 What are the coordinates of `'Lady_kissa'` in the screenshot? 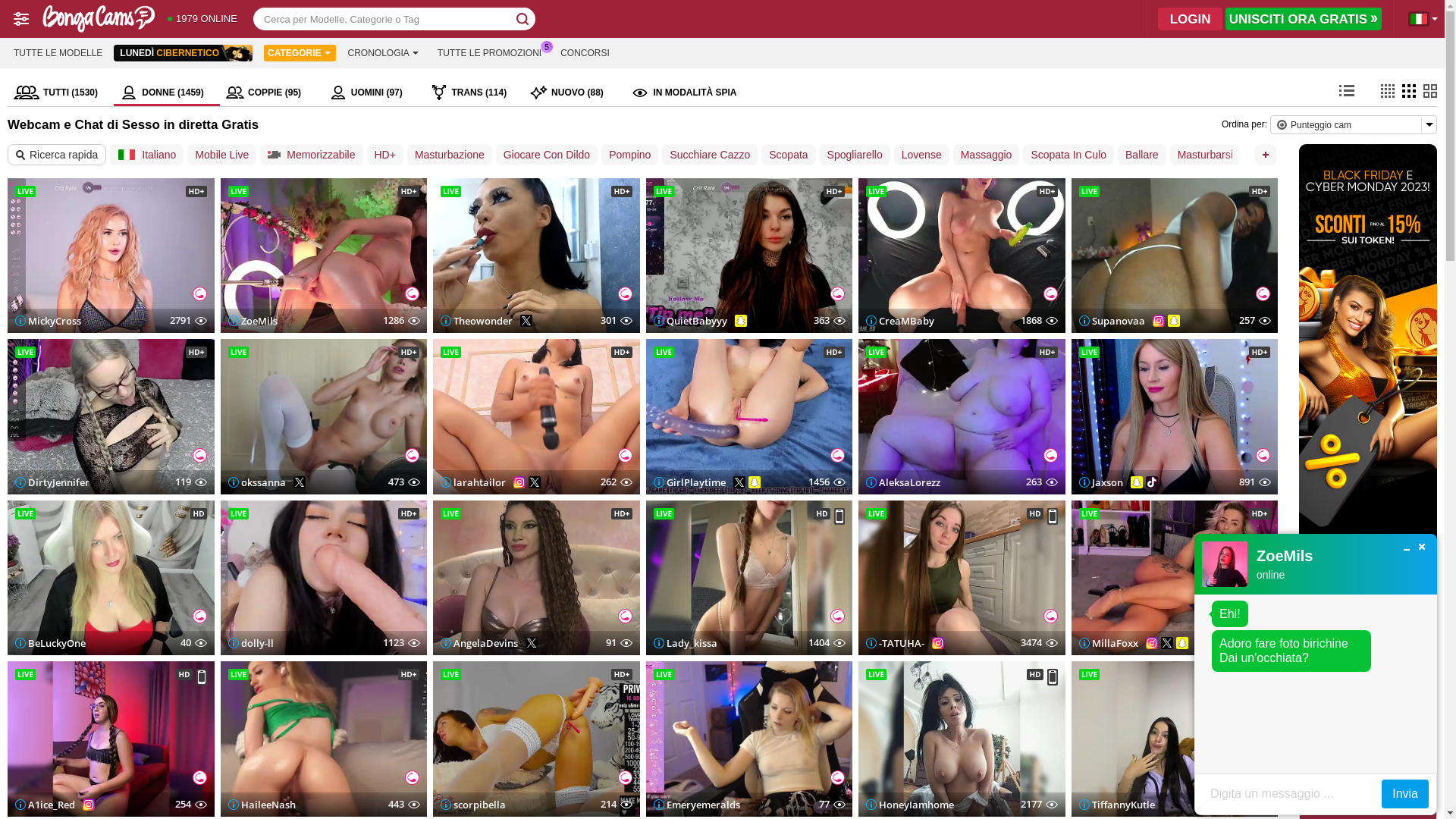 It's located at (654, 643).